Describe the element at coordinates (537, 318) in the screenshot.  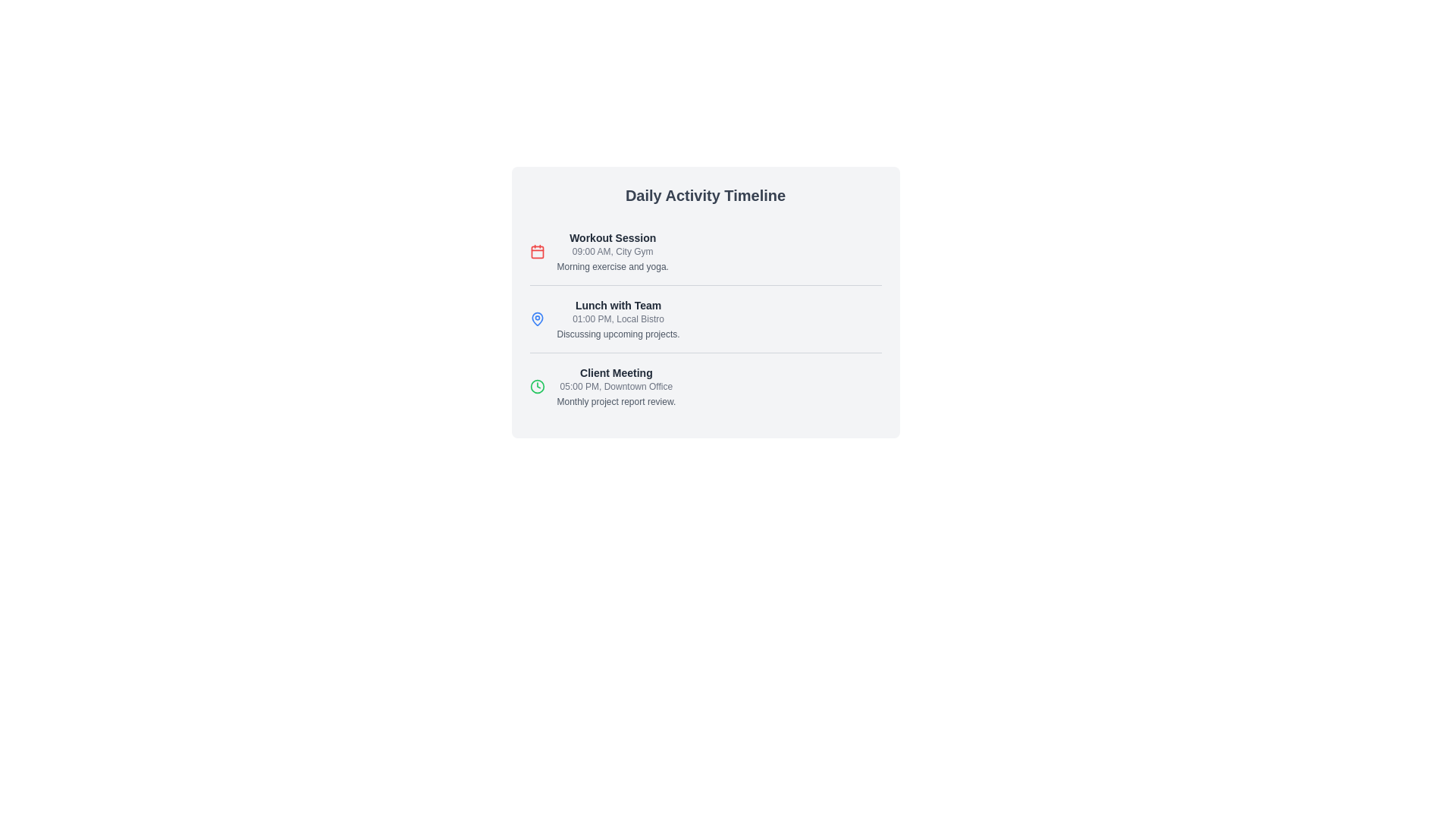
I see `the icon indicating the 'Lunch with Team' event location, which is located to the left of the event details text block` at that location.